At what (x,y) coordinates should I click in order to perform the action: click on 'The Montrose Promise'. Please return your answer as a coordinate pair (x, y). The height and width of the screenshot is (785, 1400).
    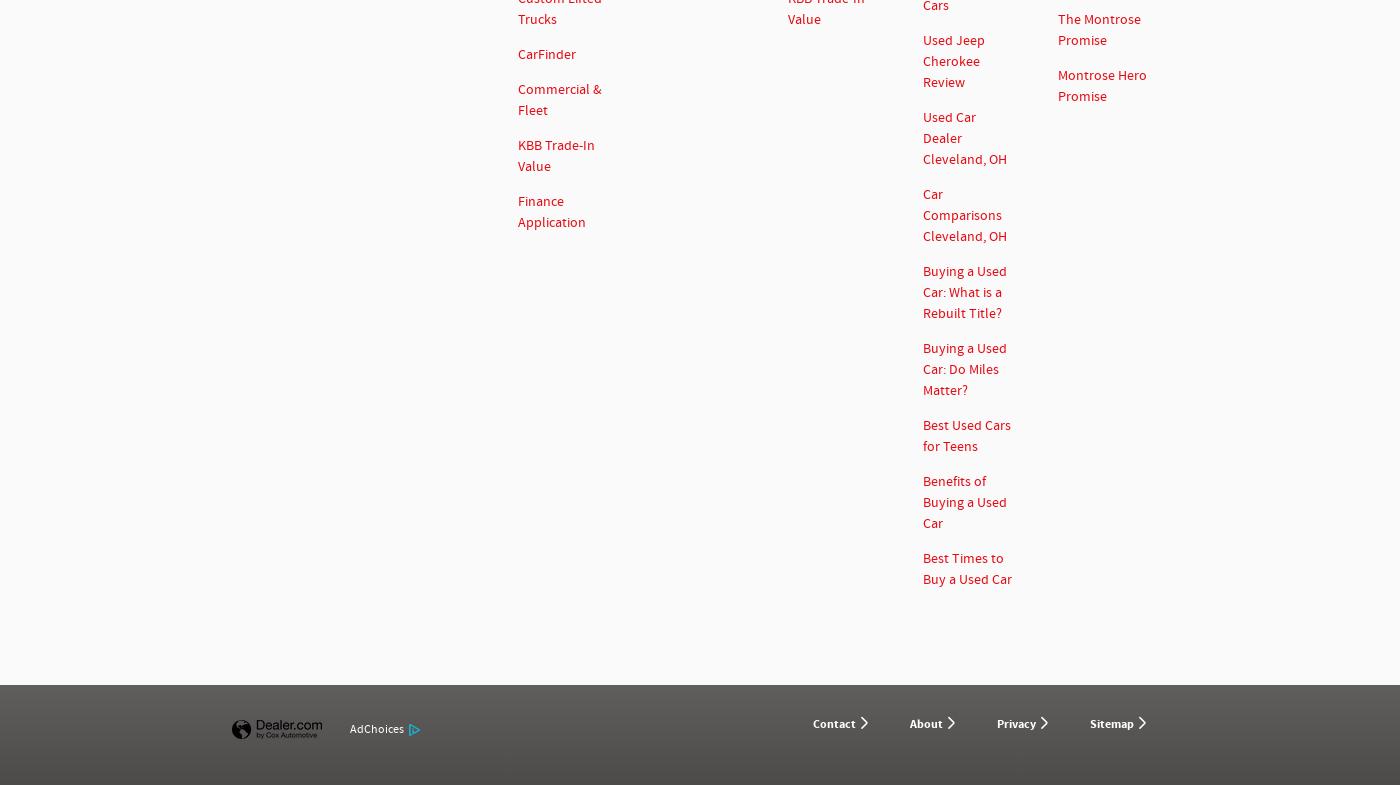
    Looking at the image, I should click on (1057, 29).